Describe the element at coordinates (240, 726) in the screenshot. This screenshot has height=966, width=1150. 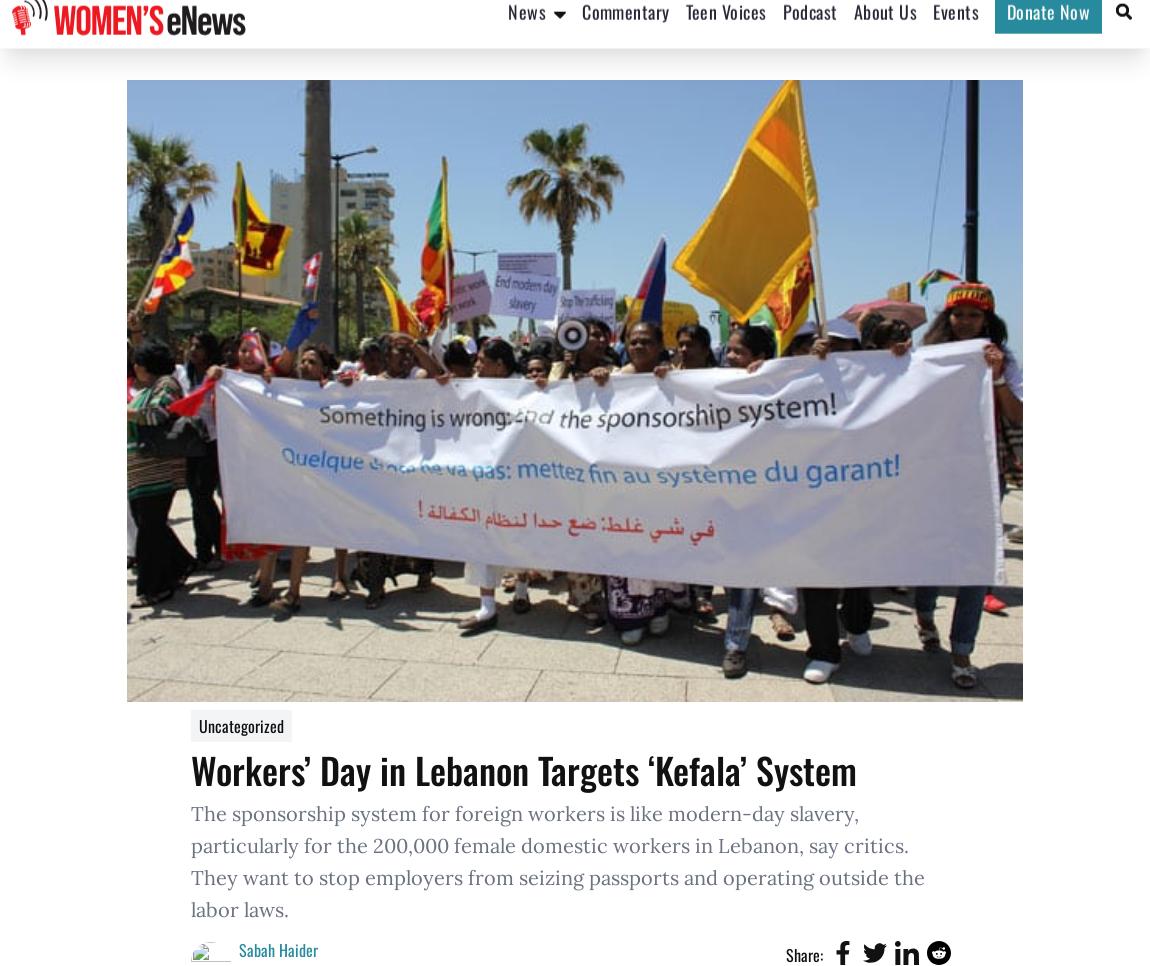
I see `'Uncategorized'` at that location.